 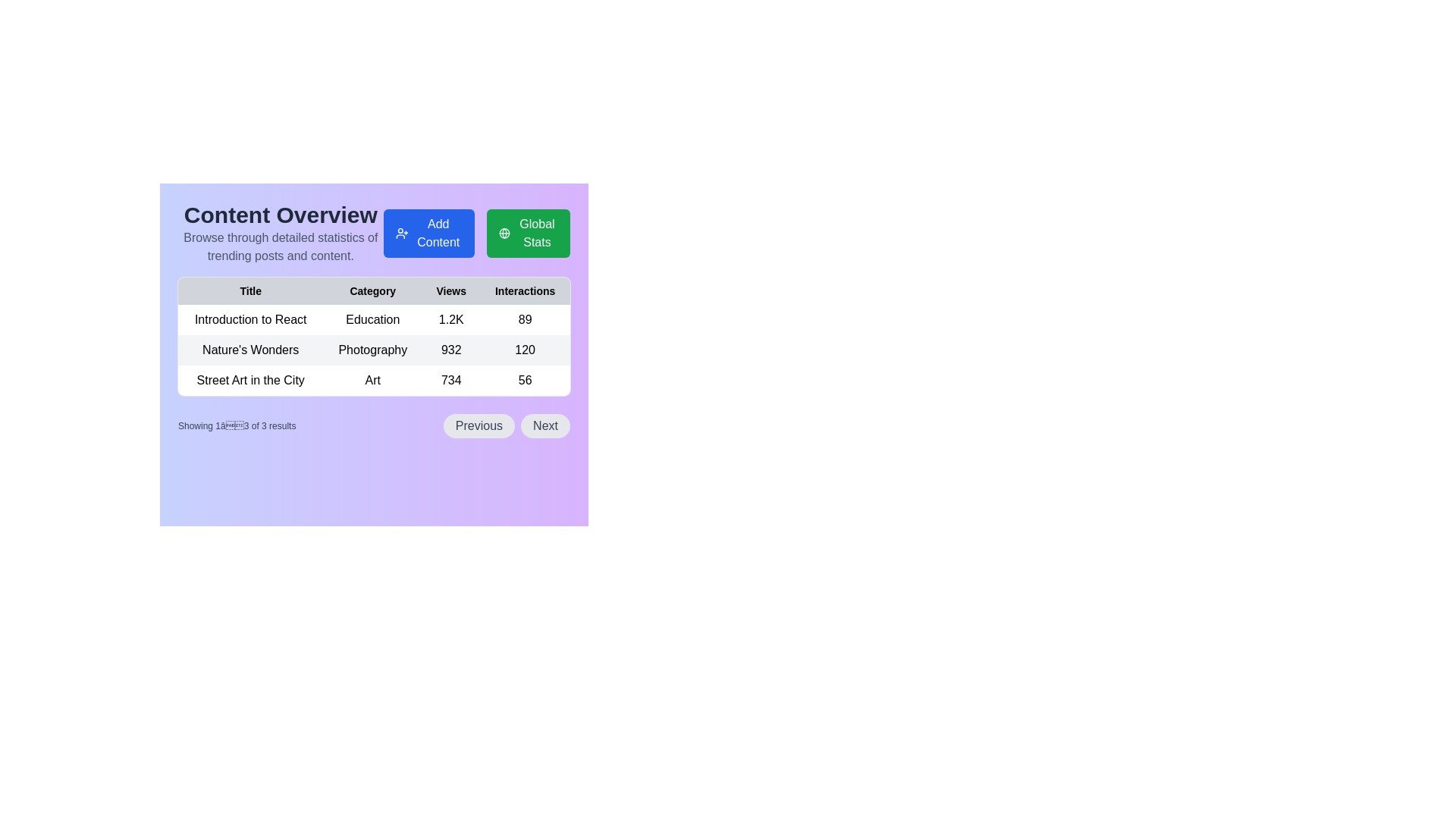 What do you see at coordinates (504, 234) in the screenshot?
I see `globe icon located on the left side of the 'Global Stats' button, which features a thin, rounded stroke and no fill color` at bounding box center [504, 234].